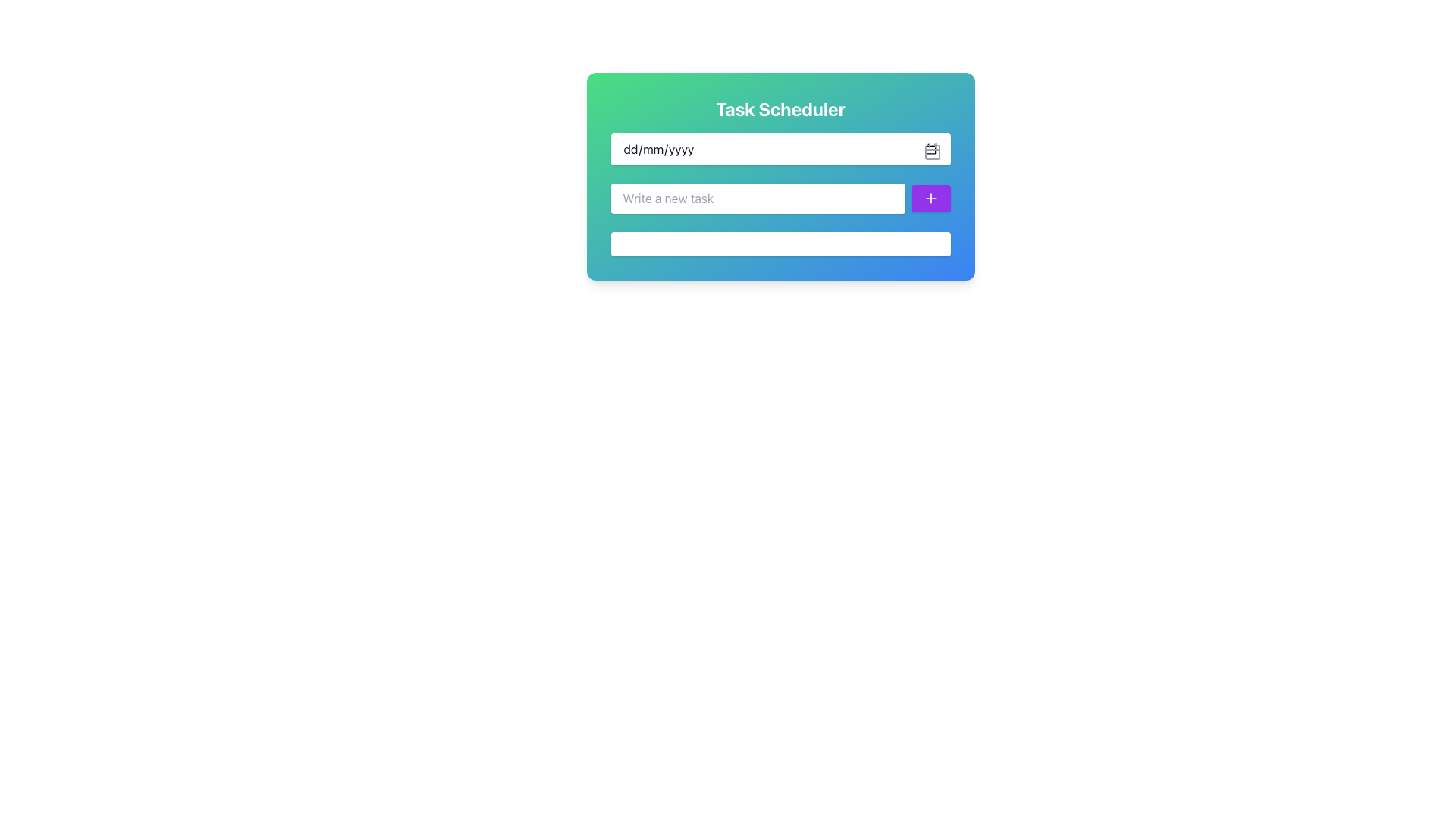  What do you see at coordinates (931, 152) in the screenshot?
I see `the small rectangle with rounded corners inside the calendar icon located at the far right of the 'dd/mm/yyyy' text field` at bounding box center [931, 152].